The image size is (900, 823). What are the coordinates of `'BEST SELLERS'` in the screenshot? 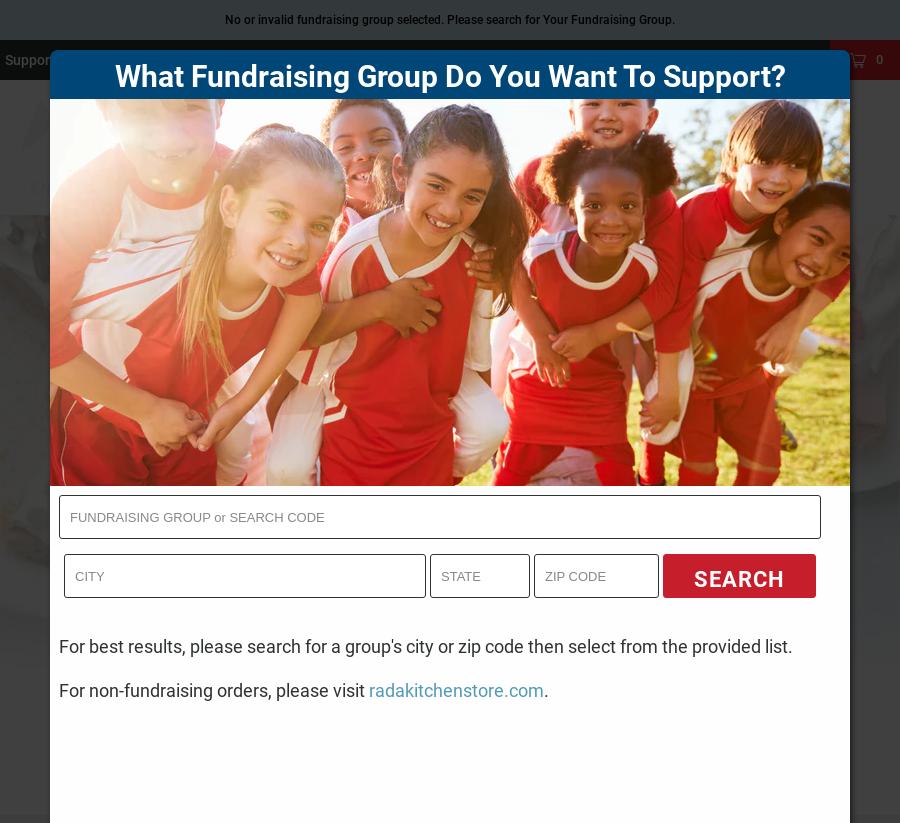 It's located at (615, 188).